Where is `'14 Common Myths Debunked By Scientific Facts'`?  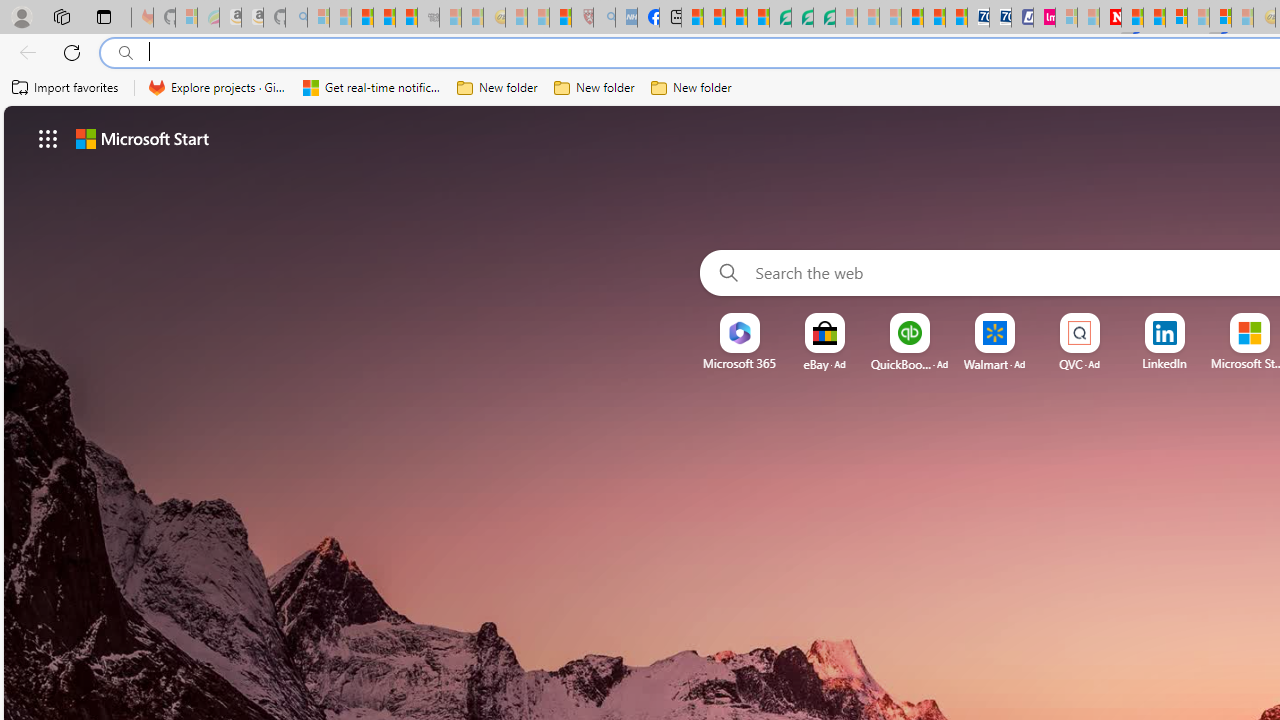
'14 Common Myths Debunked By Scientific Facts' is located at coordinates (1154, 17).